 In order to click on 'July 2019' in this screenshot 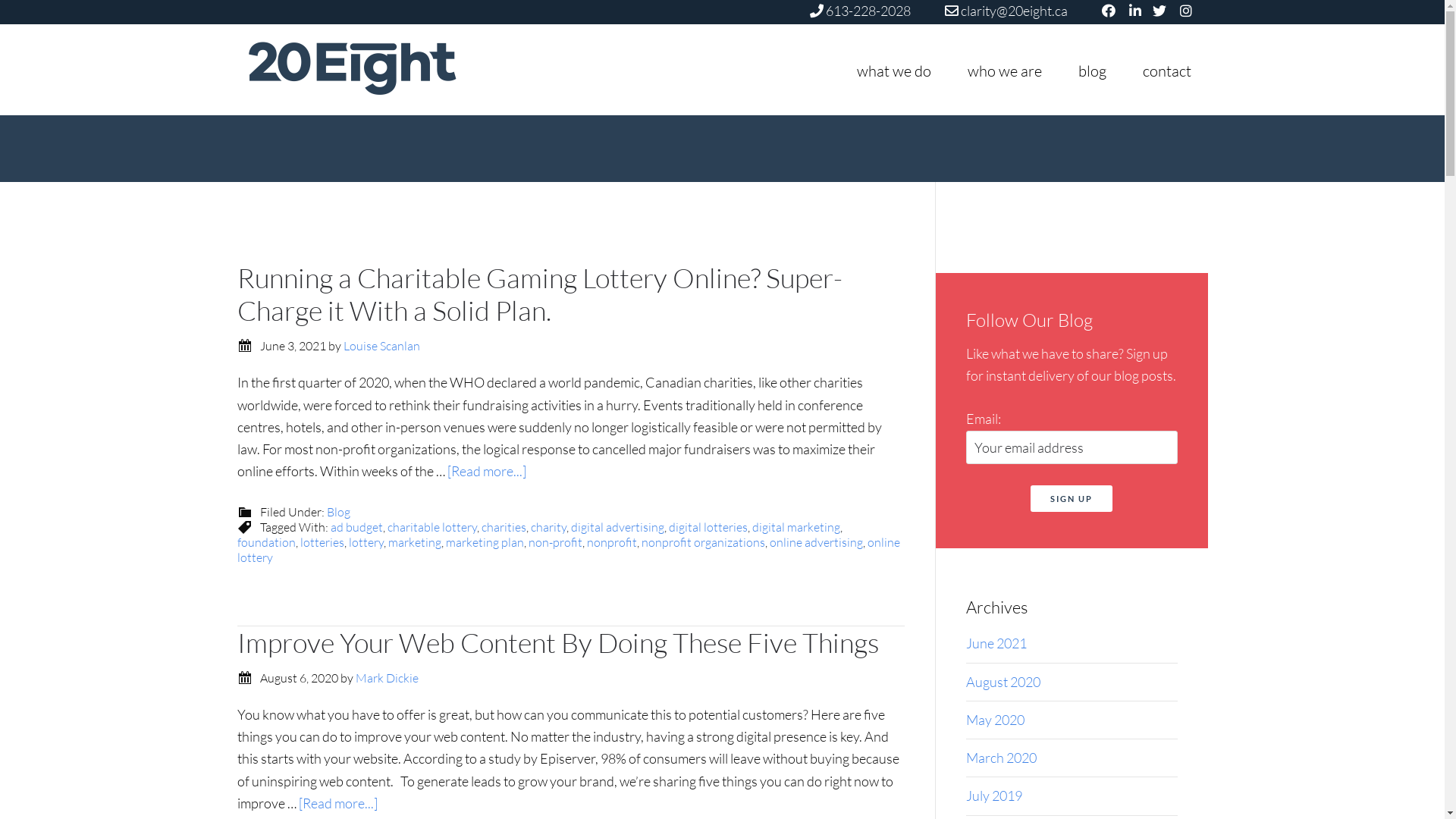, I will do `click(993, 795)`.